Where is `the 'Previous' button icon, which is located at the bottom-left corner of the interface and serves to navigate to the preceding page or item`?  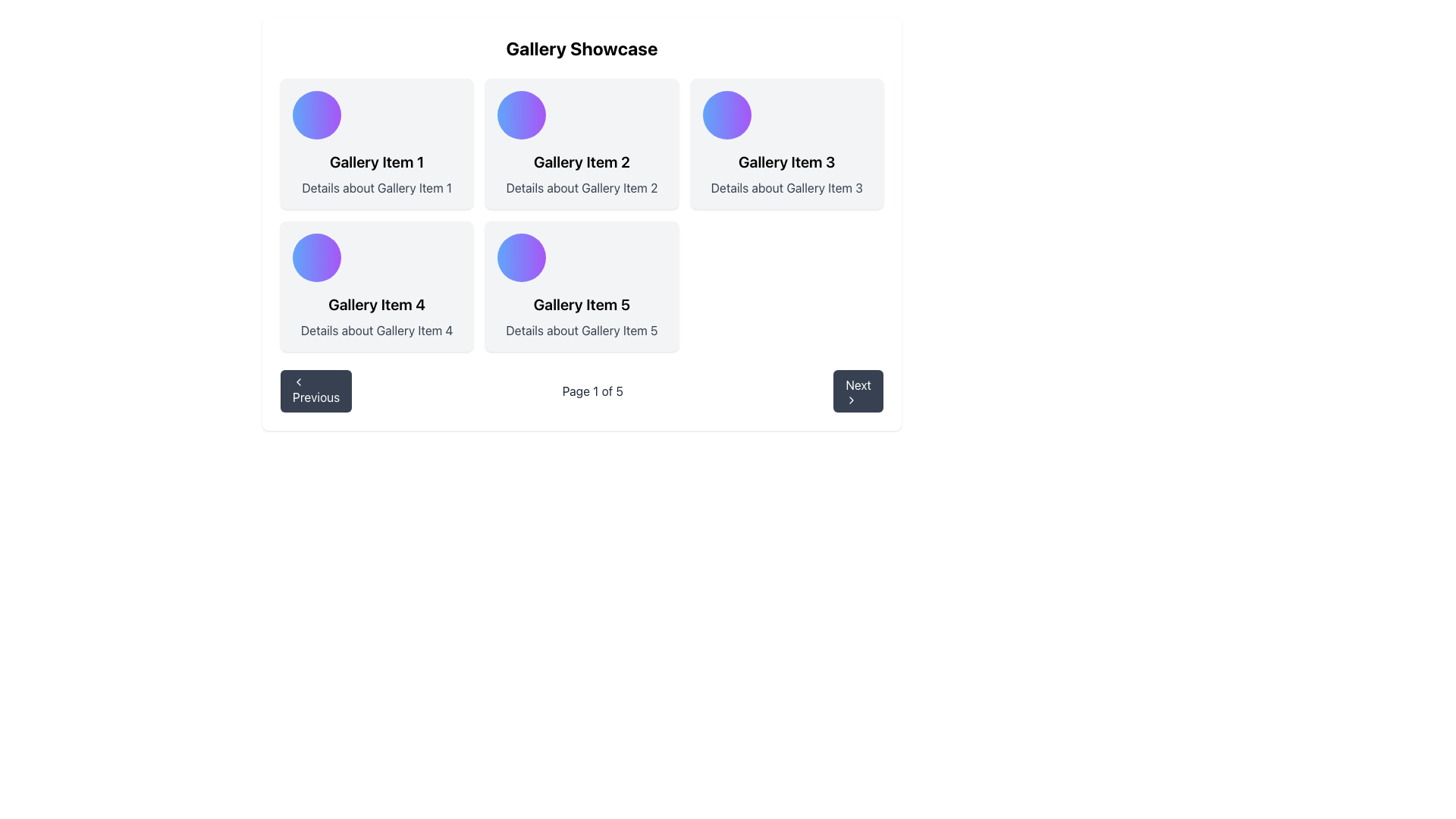
the 'Previous' button icon, which is located at the bottom-left corner of the interface and serves to navigate to the preceding page or item is located at coordinates (298, 381).